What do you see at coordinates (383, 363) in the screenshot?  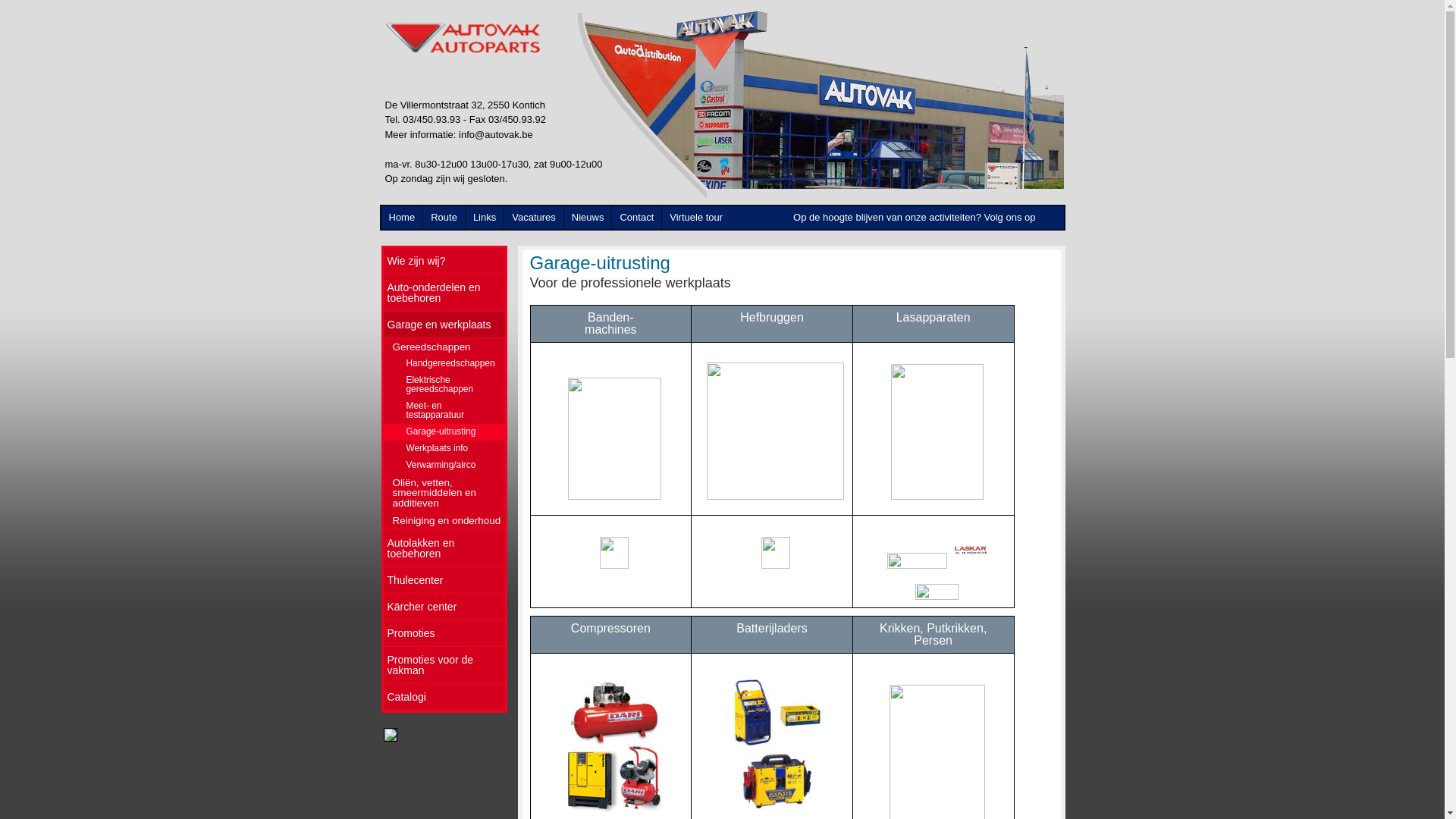 I see `'Handgereedschappen'` at bounding box center [383, 363].